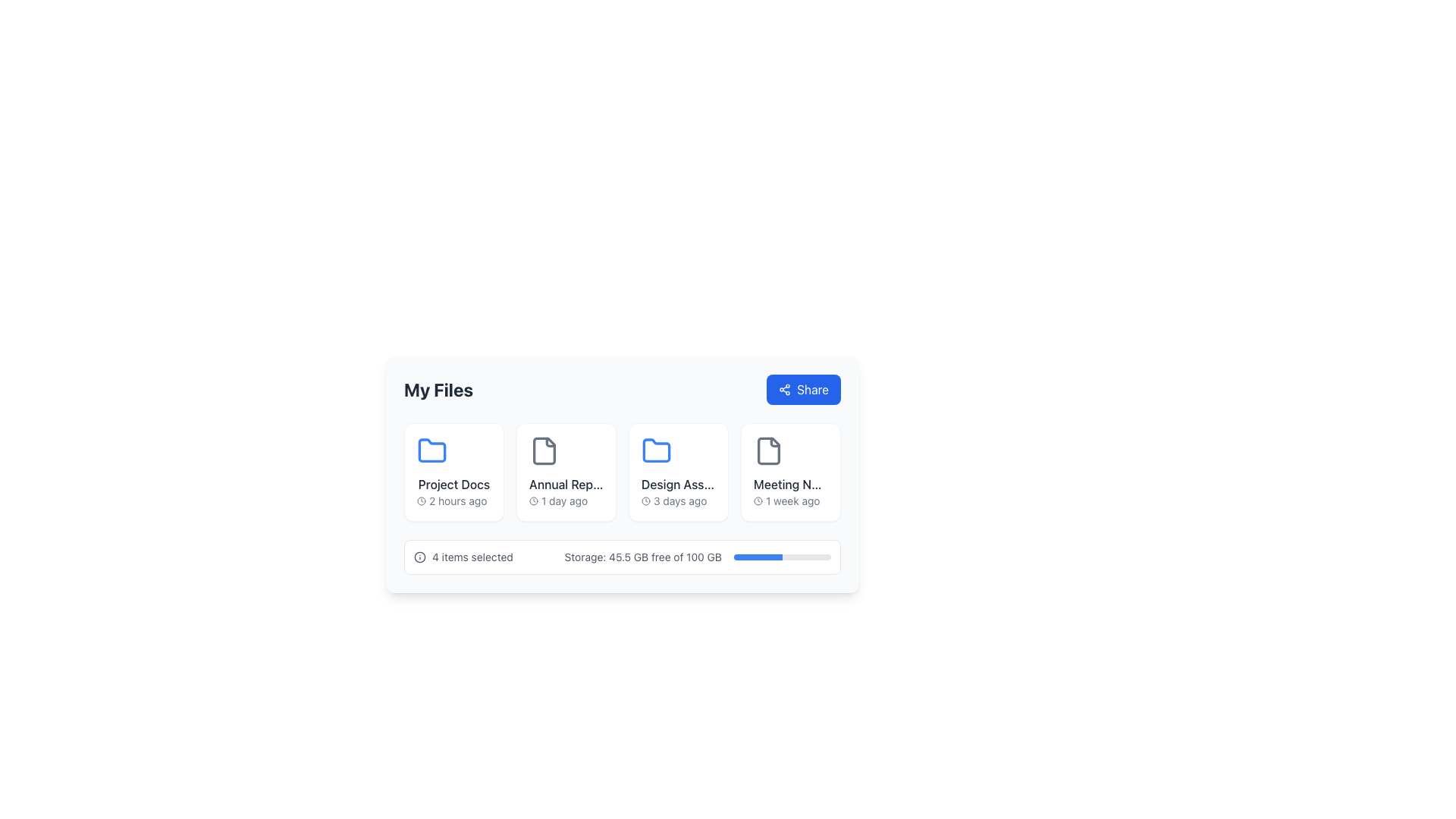 The width and height of the screenshot is (1456, 819). What do you see at coordinates (419, 557) in the screenshot?
I see `the small circular decorative icon with an outlined 'i' symbol, located to the left of the '4 items selected' text in the 'My Files' section` at bounding box center [419, 557].